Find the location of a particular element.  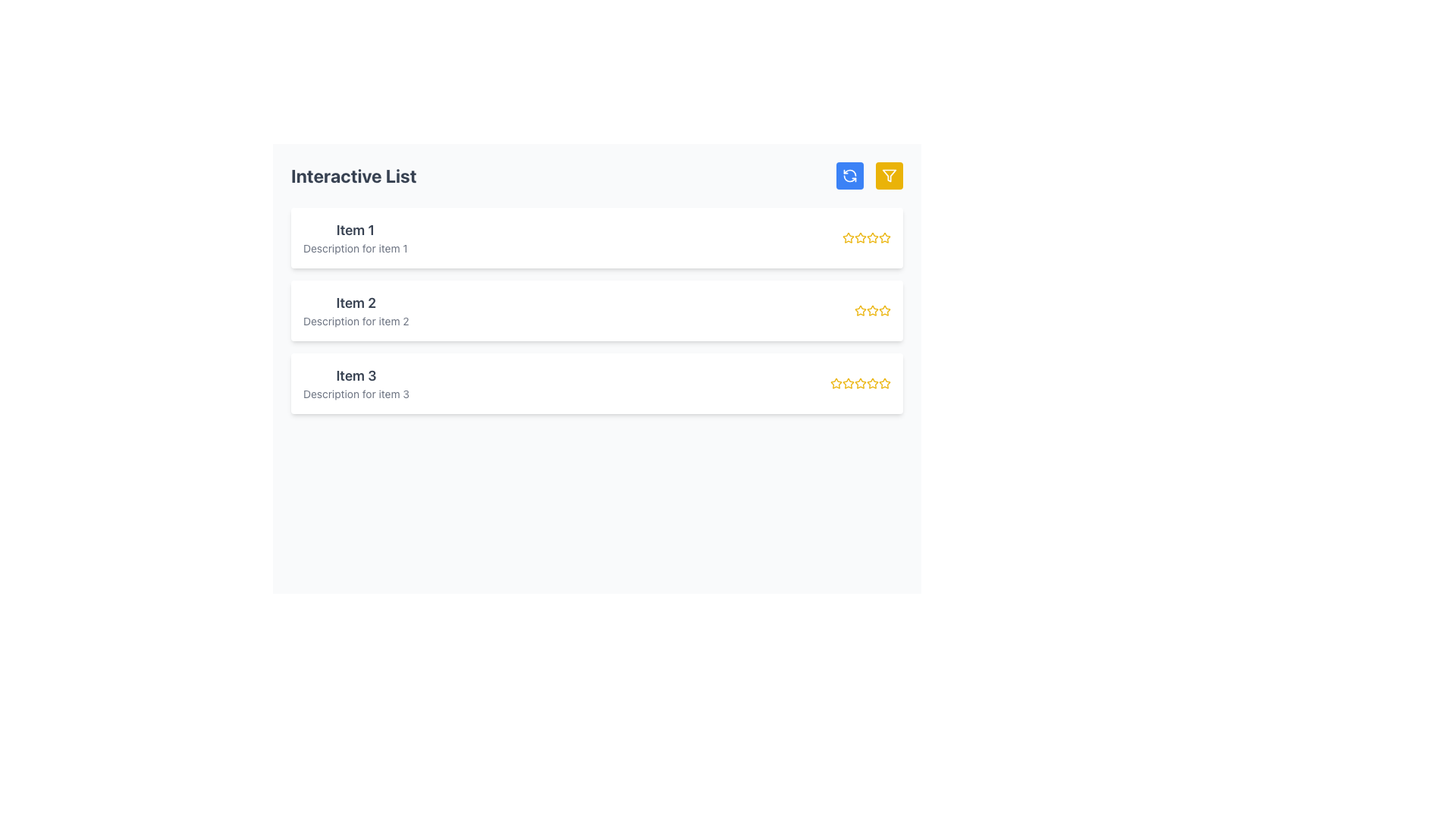

the third star icon in the five-star rating system is located at coordinates (873, 309).